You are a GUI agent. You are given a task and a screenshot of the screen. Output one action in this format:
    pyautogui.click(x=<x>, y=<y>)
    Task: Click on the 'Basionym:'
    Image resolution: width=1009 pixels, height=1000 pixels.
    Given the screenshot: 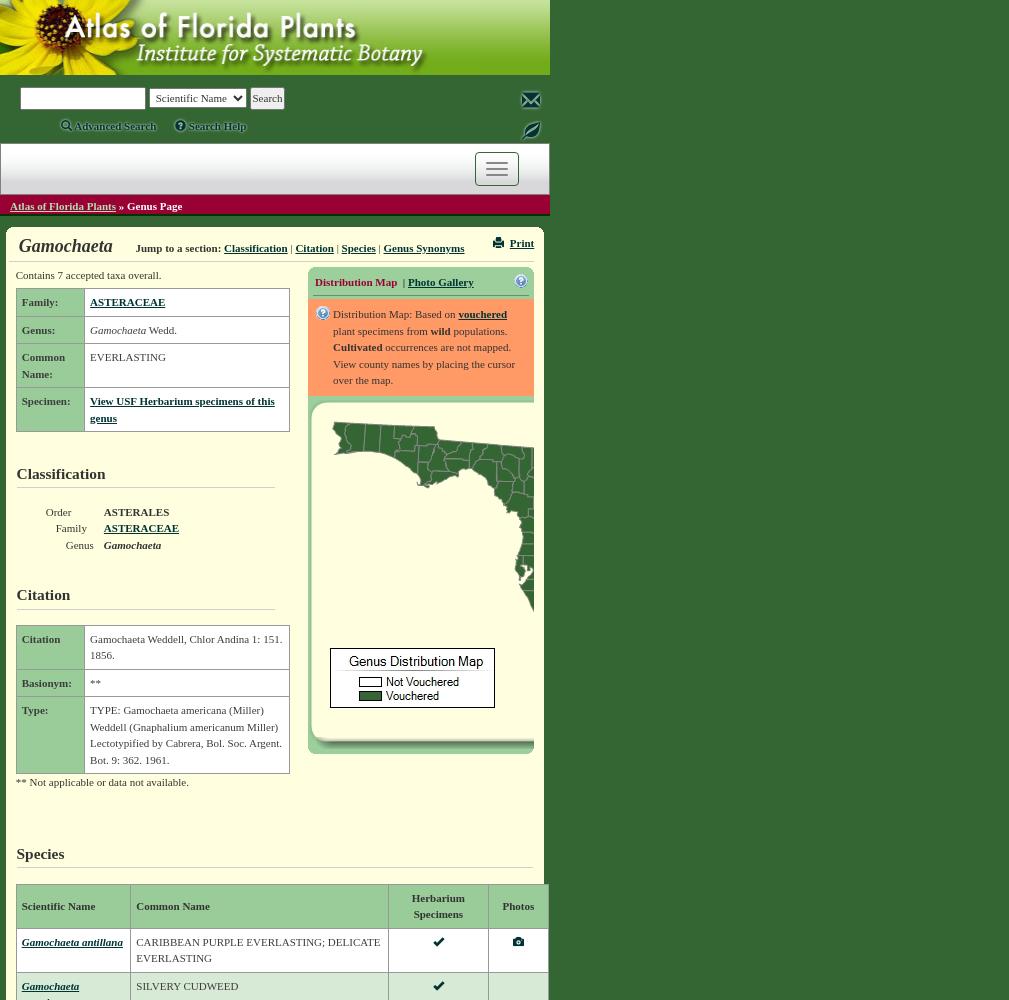 What is the action you would take?
    pyautogui.click(x=45, y=682)
    